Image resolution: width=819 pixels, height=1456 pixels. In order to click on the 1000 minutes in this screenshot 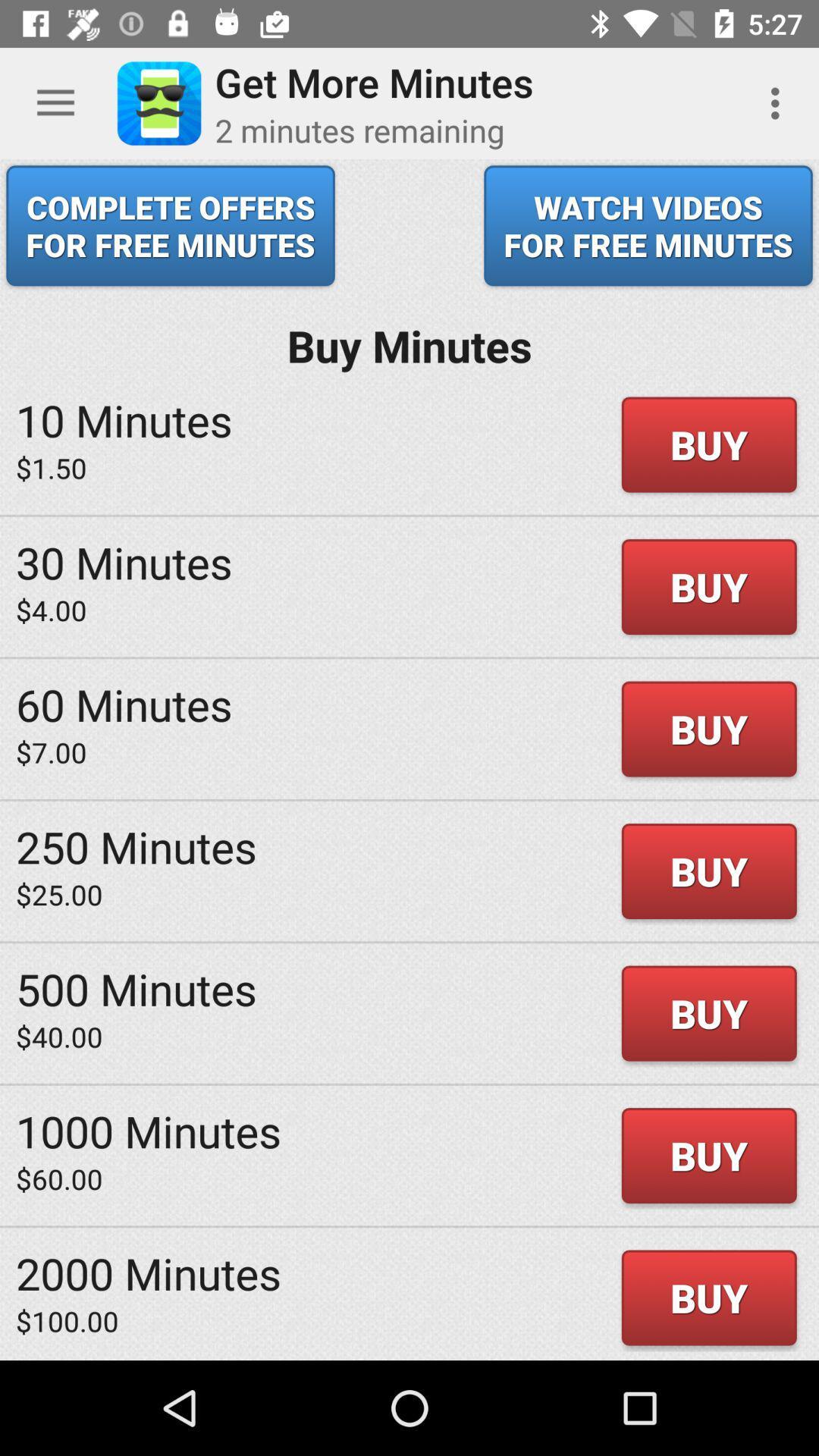, I will do `click(149, 1131)`.